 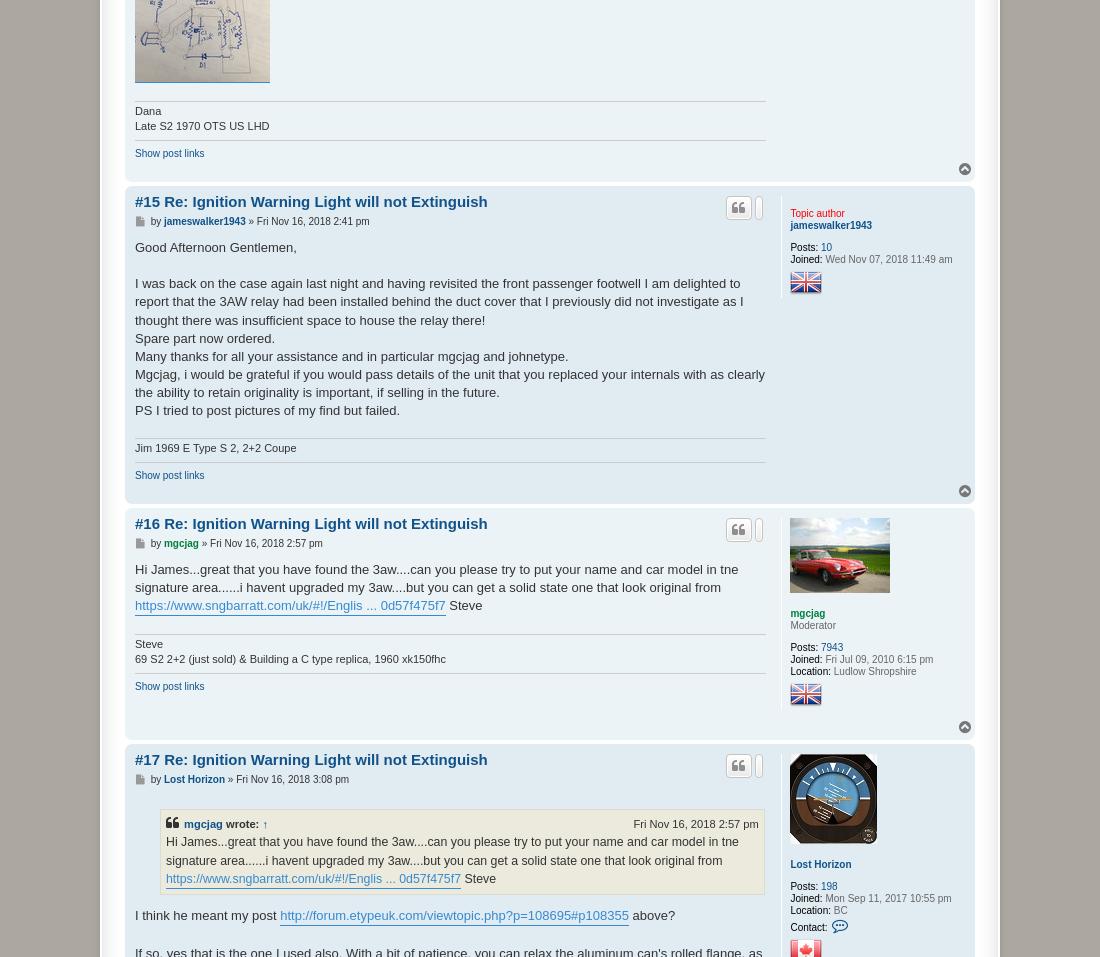 What do you see at coordinates (267, 409) in the screenshot?
I see `'PS I tried to post pictures of my find but failed.'` at bounding box center [267, 409].